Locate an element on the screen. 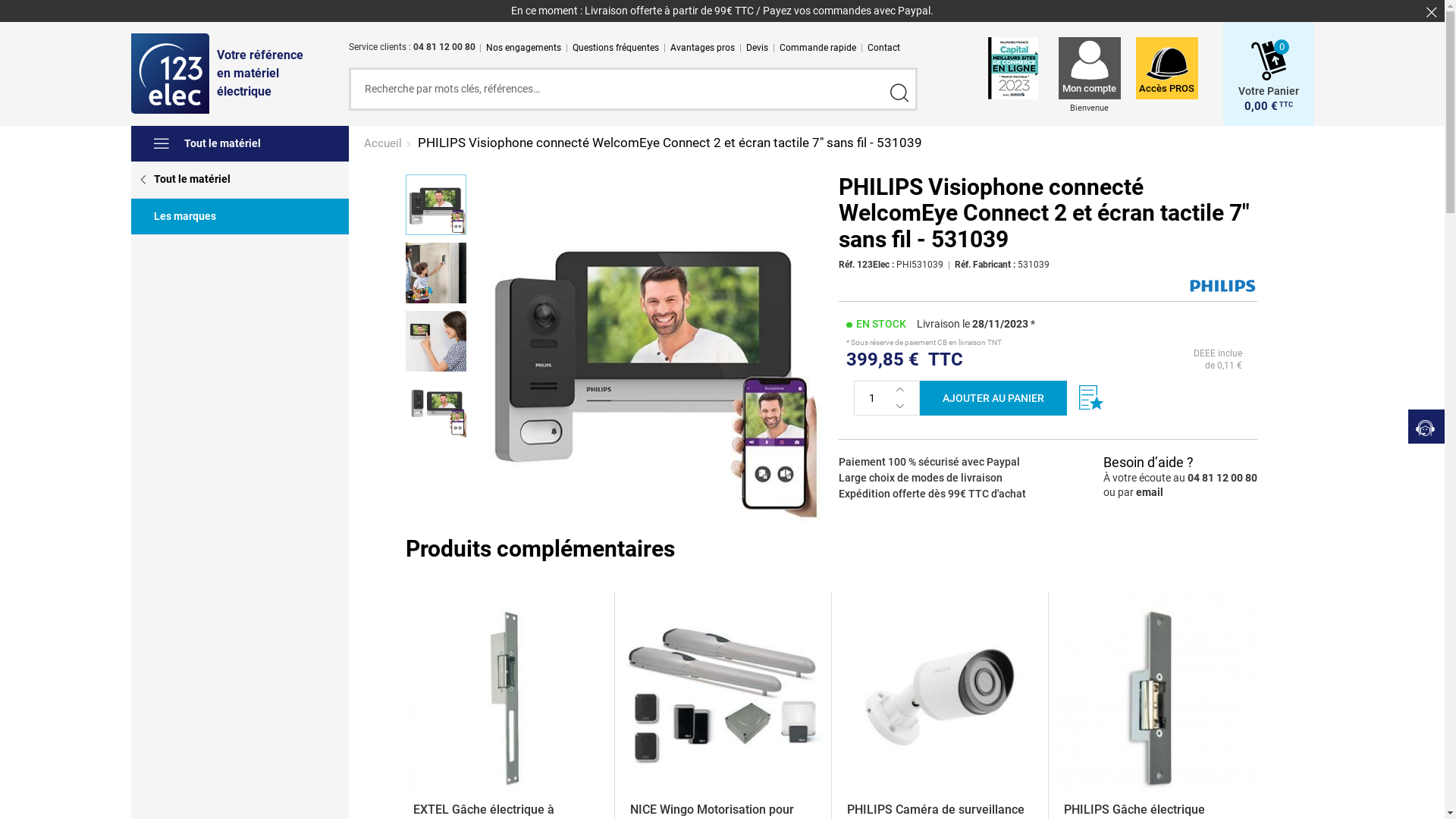  'Avantages pros' is located at coordinates (701, 46).